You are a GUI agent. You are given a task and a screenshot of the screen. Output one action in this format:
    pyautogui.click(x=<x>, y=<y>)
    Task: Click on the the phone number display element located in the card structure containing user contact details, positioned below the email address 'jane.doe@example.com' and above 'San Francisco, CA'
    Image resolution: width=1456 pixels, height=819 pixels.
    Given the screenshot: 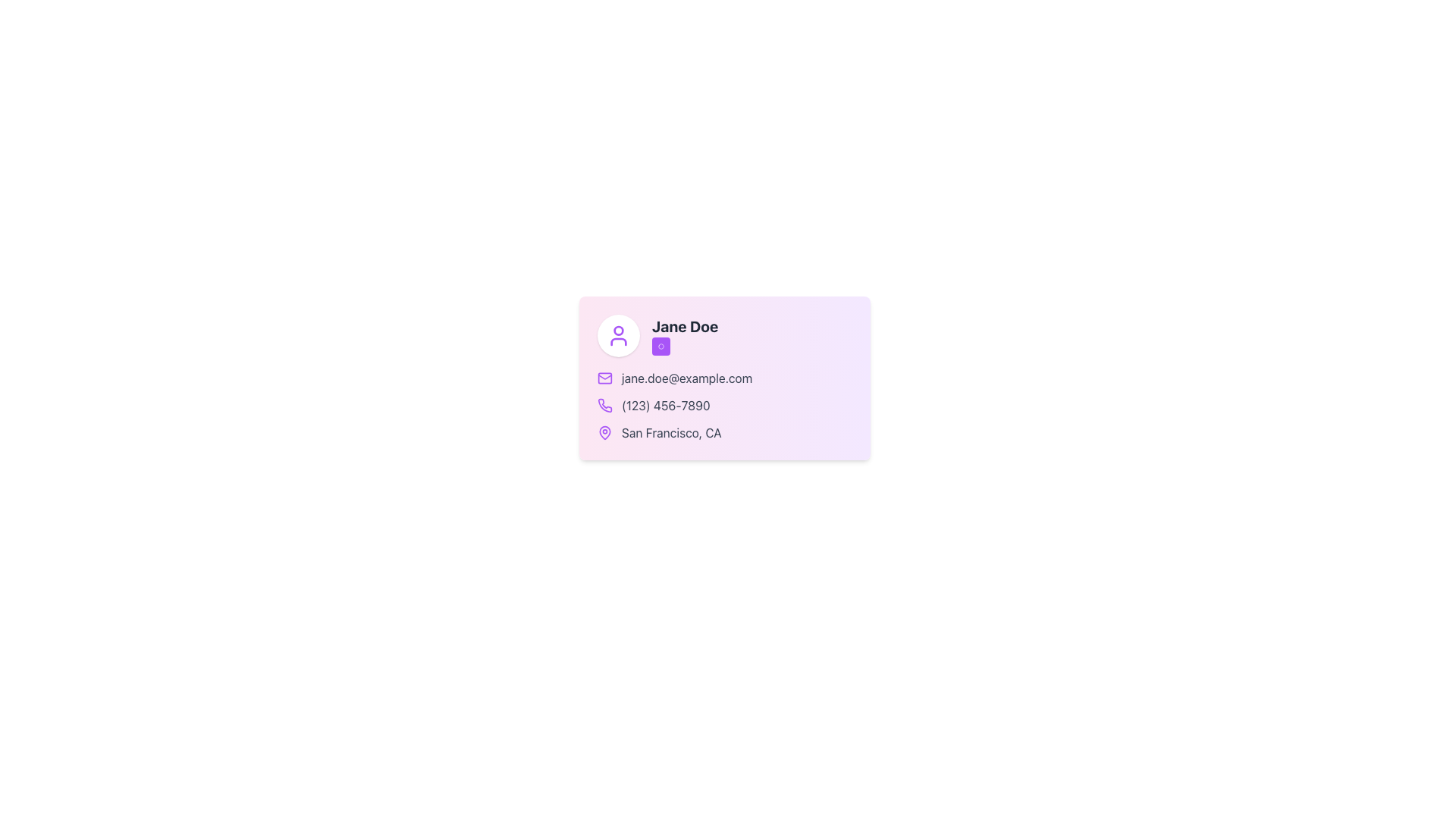 What is the action you would take?
    pyautogui.click(x=723, y=405)
    